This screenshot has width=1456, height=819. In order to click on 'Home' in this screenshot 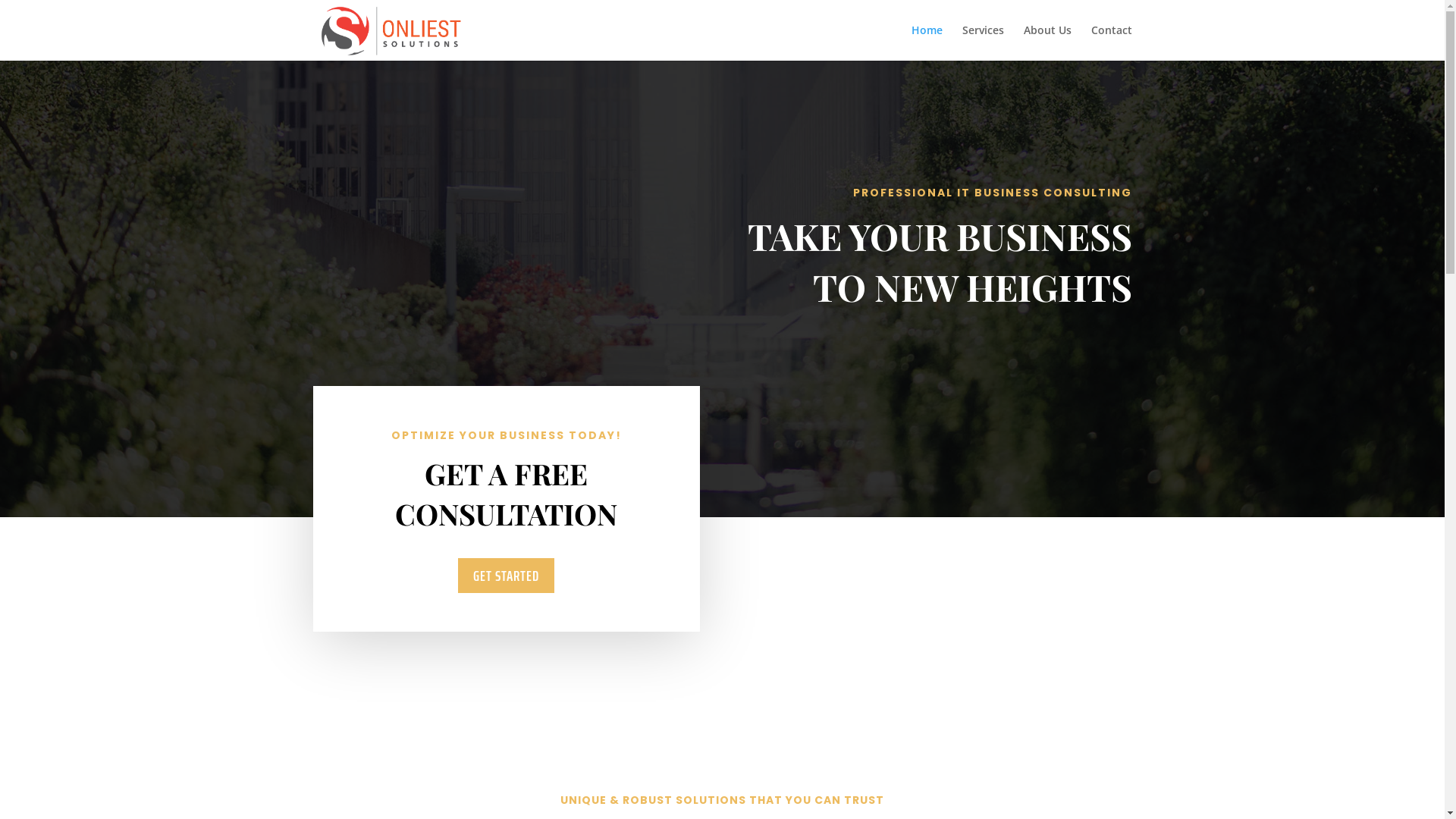, I will do `click(910, 42)`.